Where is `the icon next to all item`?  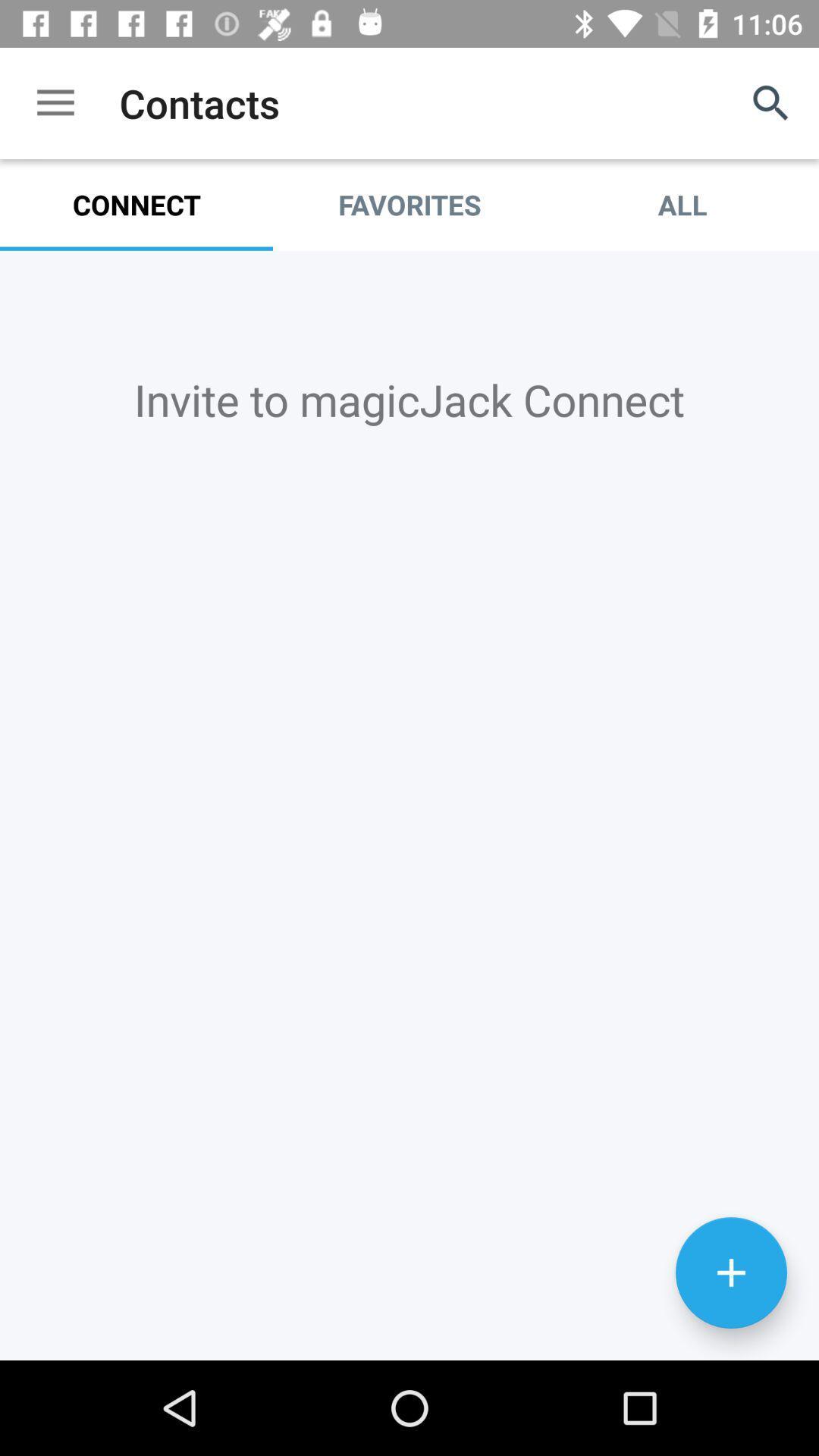 the icon next to all item is located at coordinates (409, 204).